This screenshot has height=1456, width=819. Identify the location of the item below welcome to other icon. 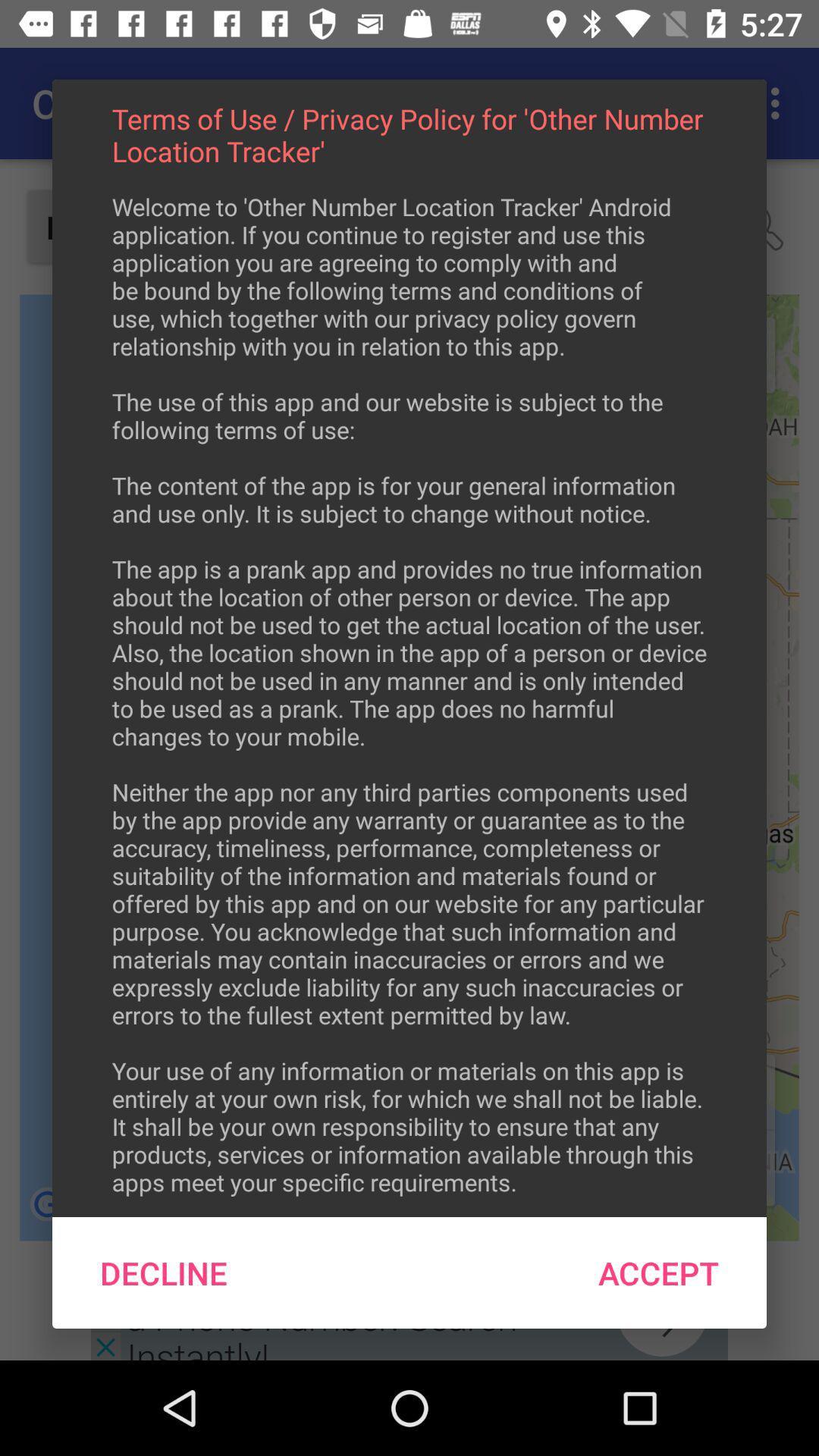
(164, 1272).